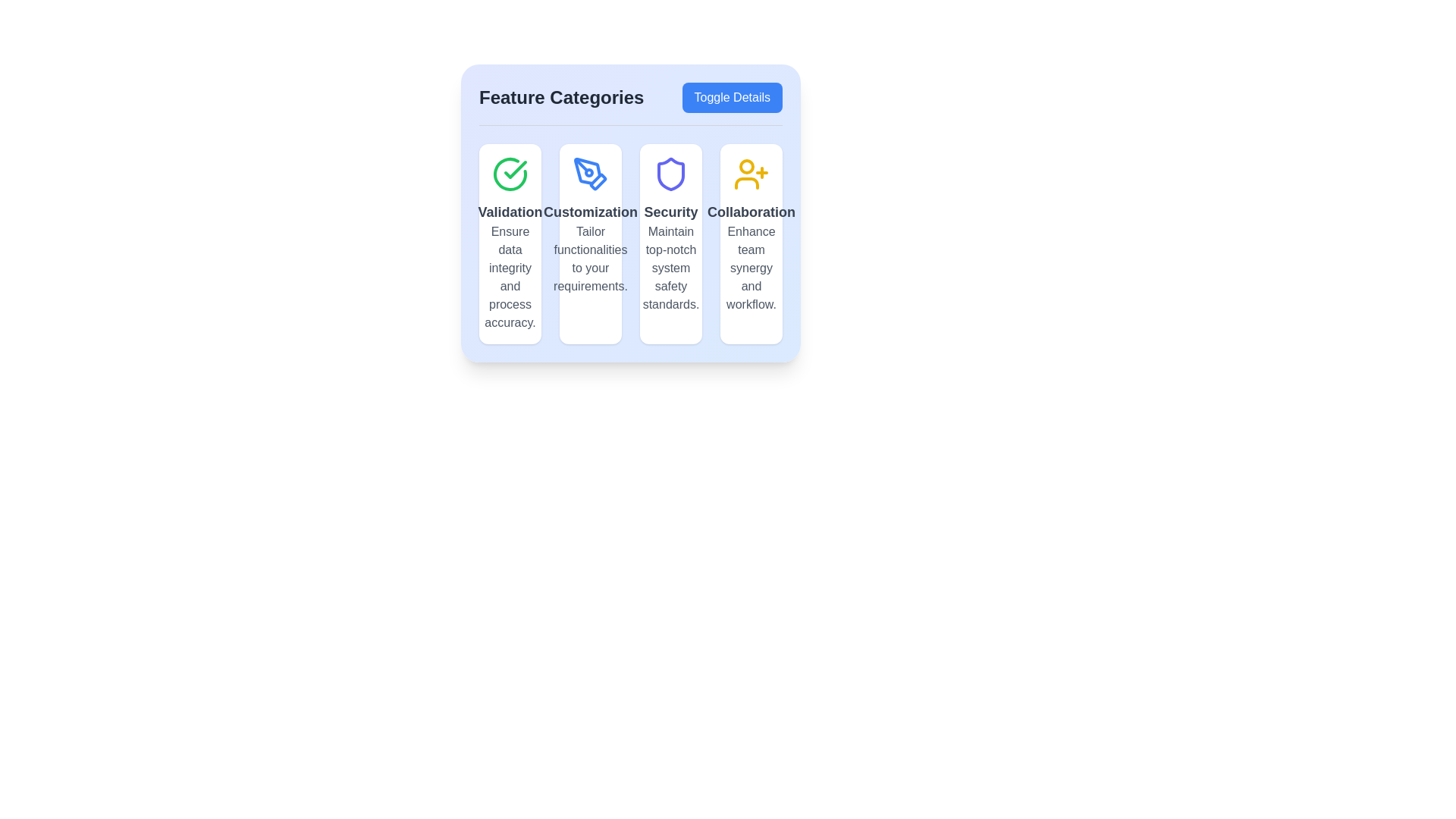 This screenshot has width=1456, height=819. Describe the element at coordinates (510, 174) in the screenshot. I see `the checkmark icon representing the 'Validation' feature within the first card in the card group` at that location.